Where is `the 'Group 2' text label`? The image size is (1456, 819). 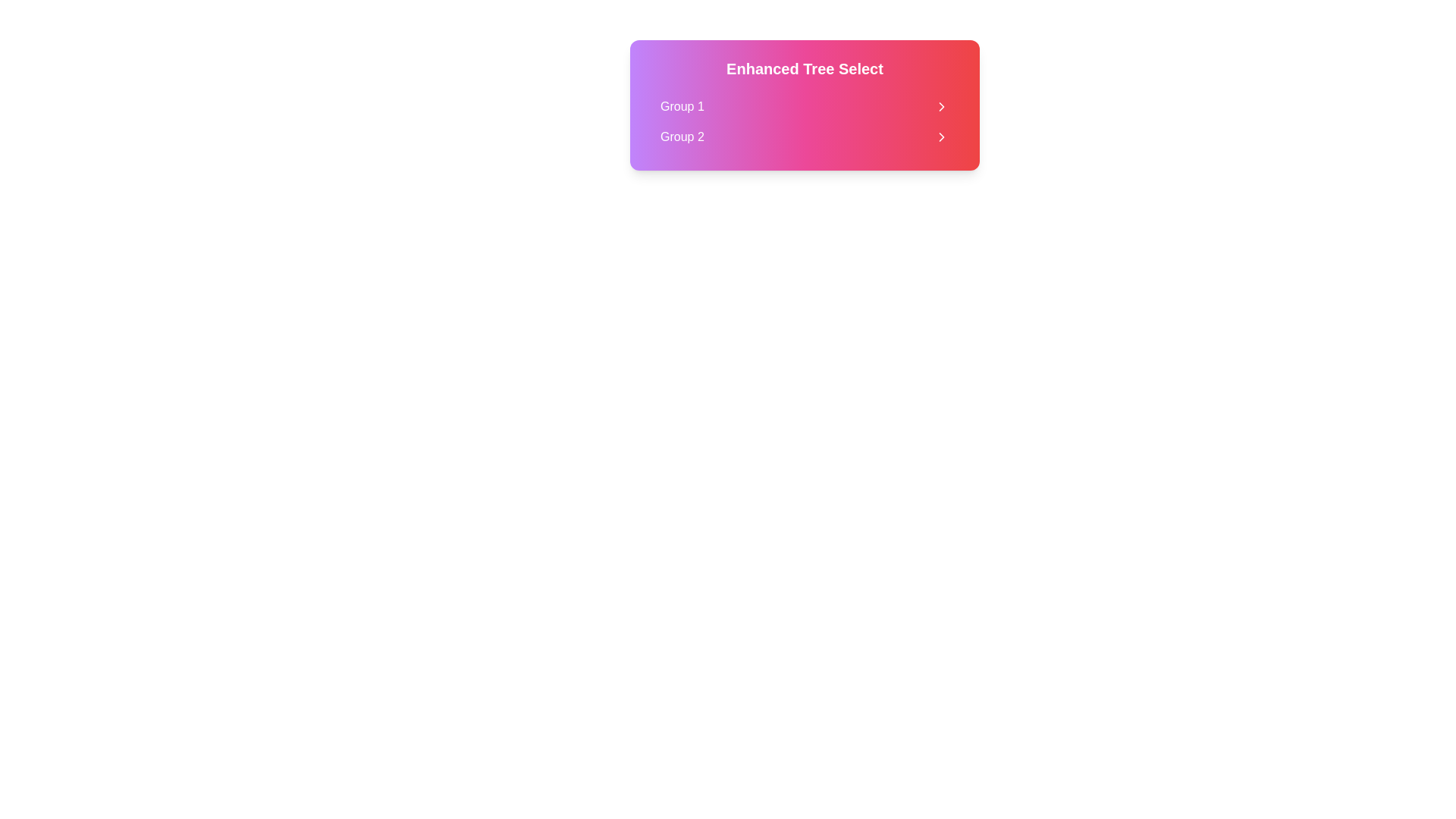
the 'Group 2' text label is located at coordinates (681, 137).